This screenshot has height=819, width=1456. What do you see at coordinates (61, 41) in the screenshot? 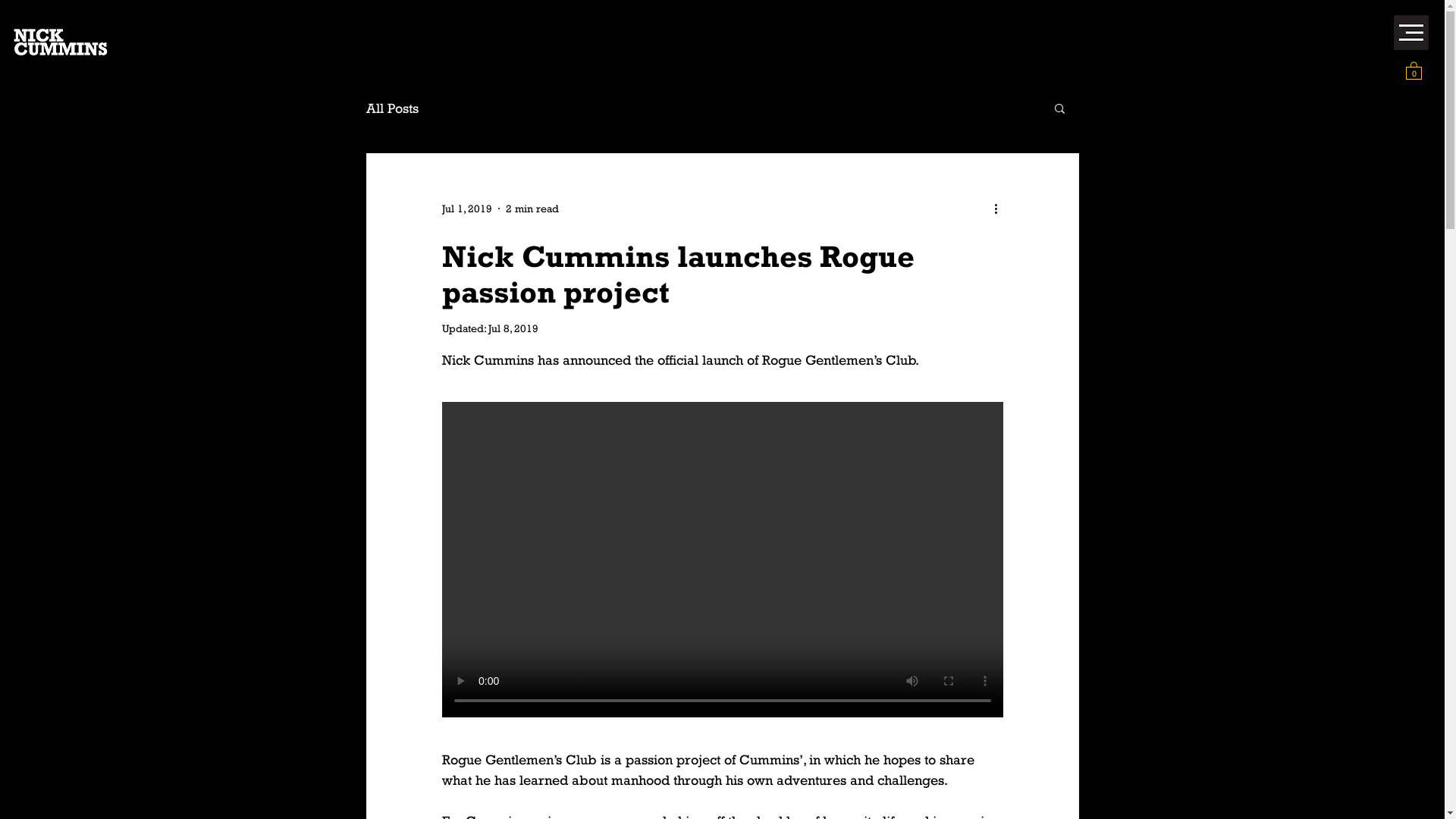
I see `'Nick Cummins Logo'` at bounding box center [61, 41].